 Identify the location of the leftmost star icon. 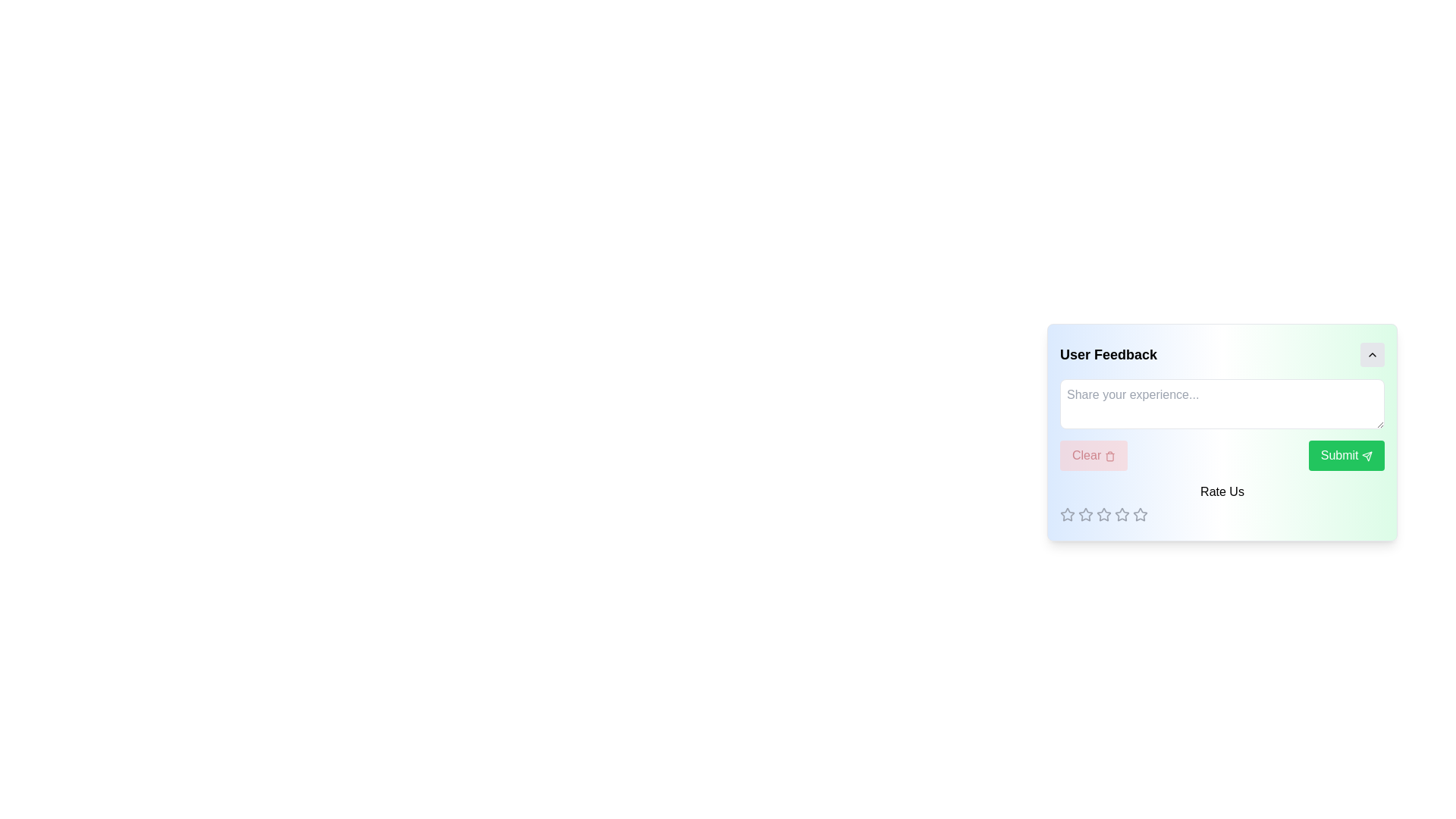
(1103, 513).